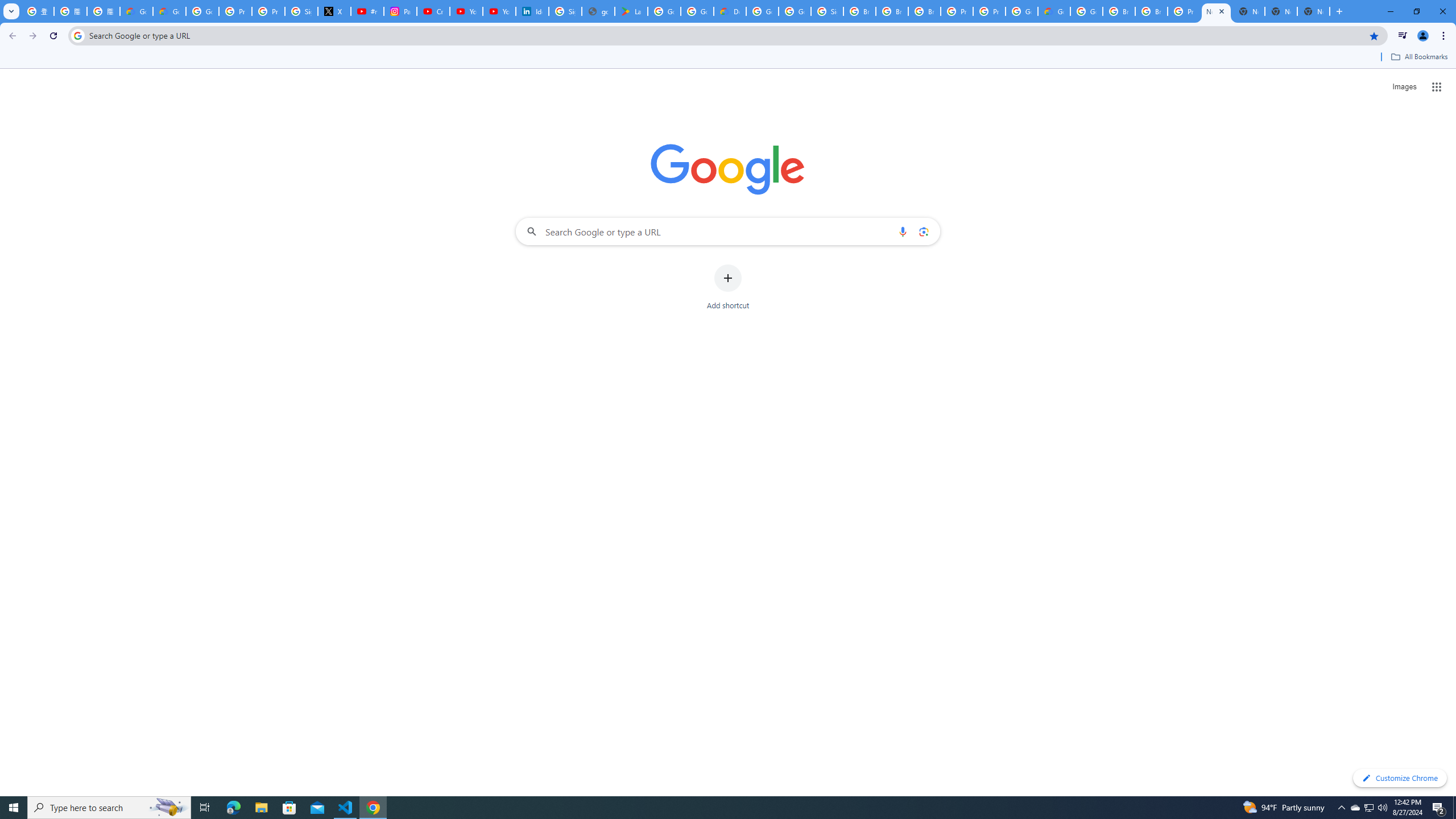  Describe the element at coordinates (1118, 11) in the screenshot. I see `'Browse Chrome as a guest - Computer - Google Chrome Help'` at that location.